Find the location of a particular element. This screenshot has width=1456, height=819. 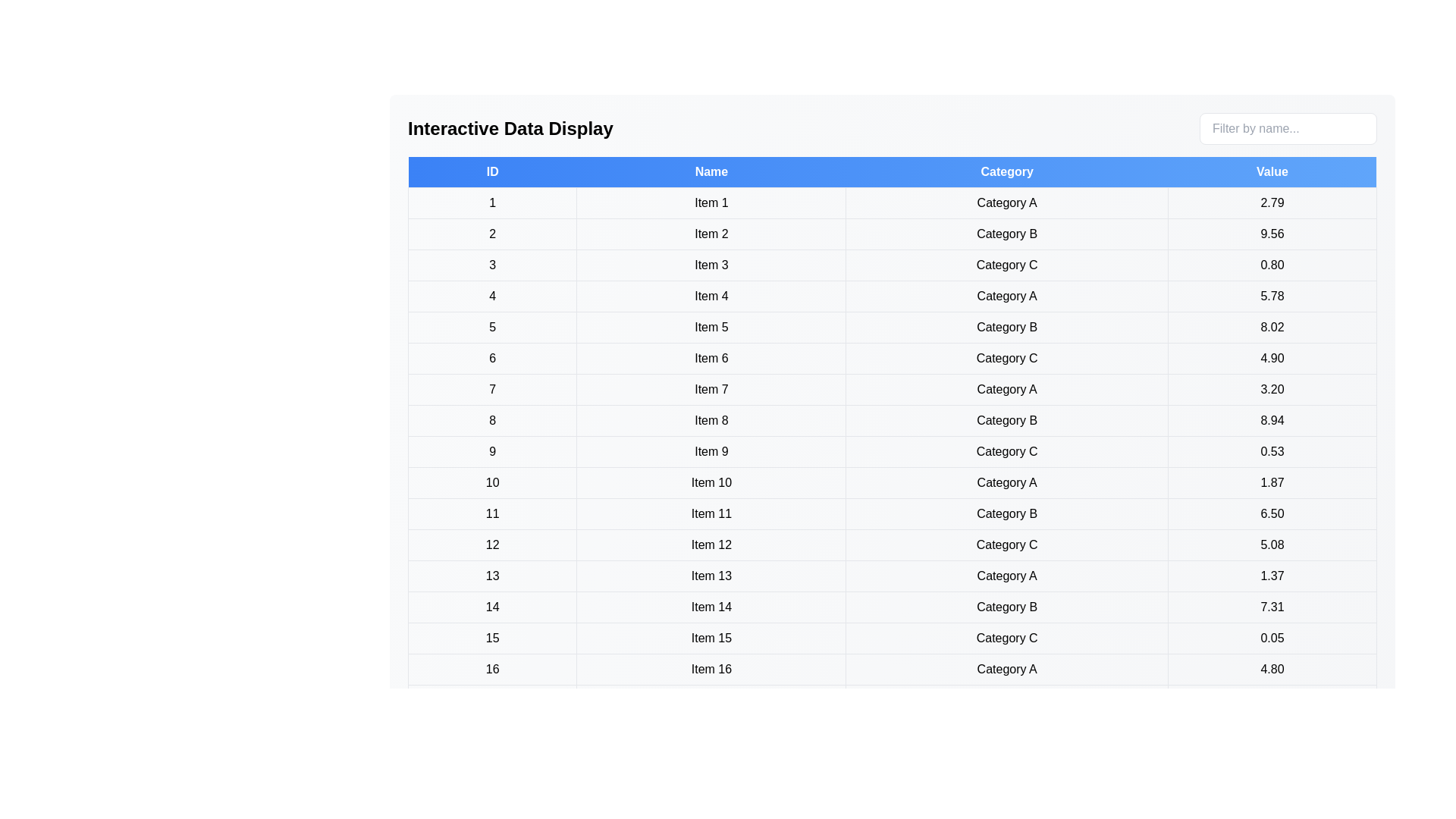

the table header to sort the table by Category is located at coordinates (1007, 171).